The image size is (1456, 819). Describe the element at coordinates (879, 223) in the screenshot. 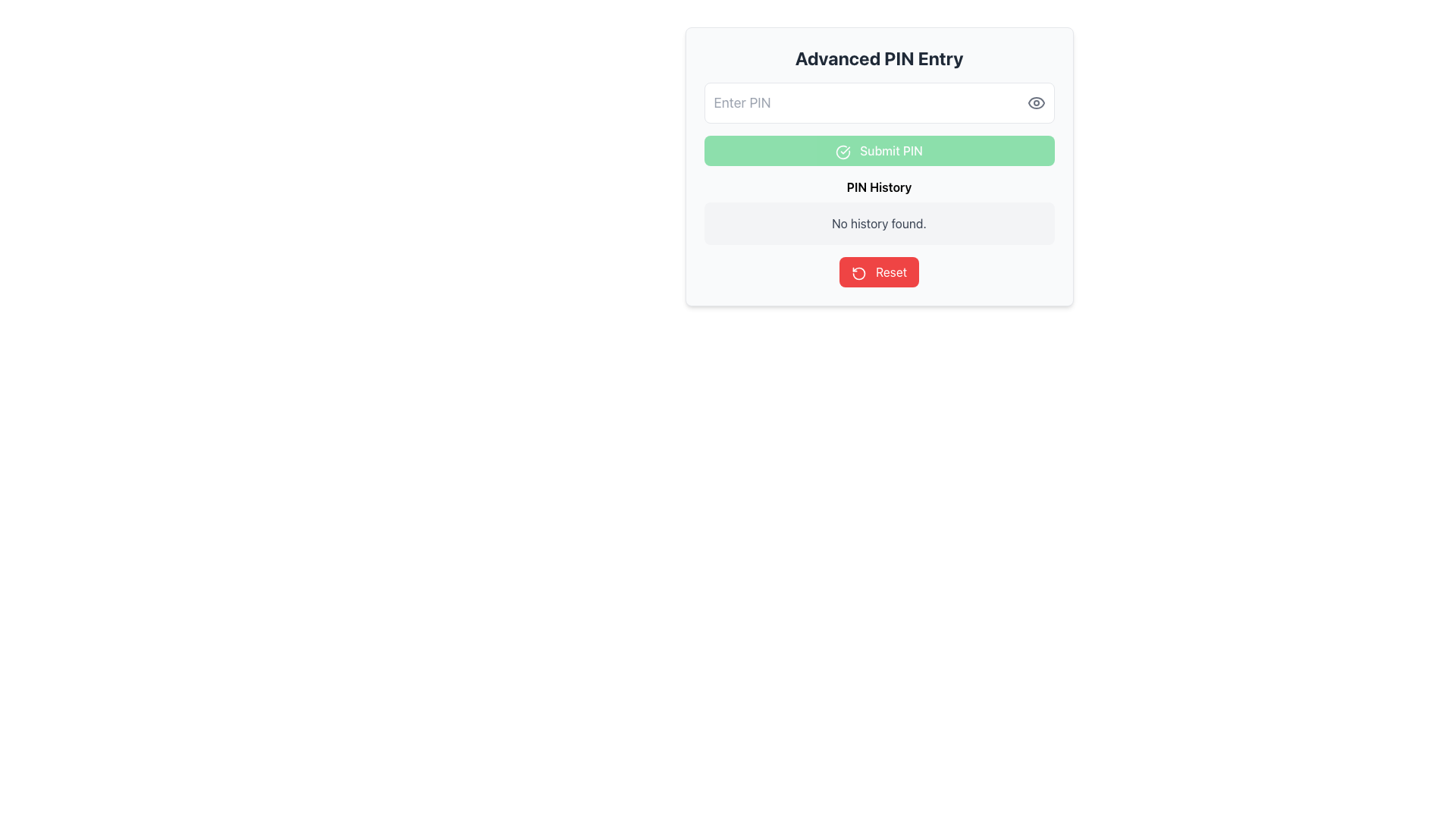

I see `the static text label that indicates there is no available history data for the current context, located in the 'PIN History' section, below the 'Submit PIN' button` at that location.